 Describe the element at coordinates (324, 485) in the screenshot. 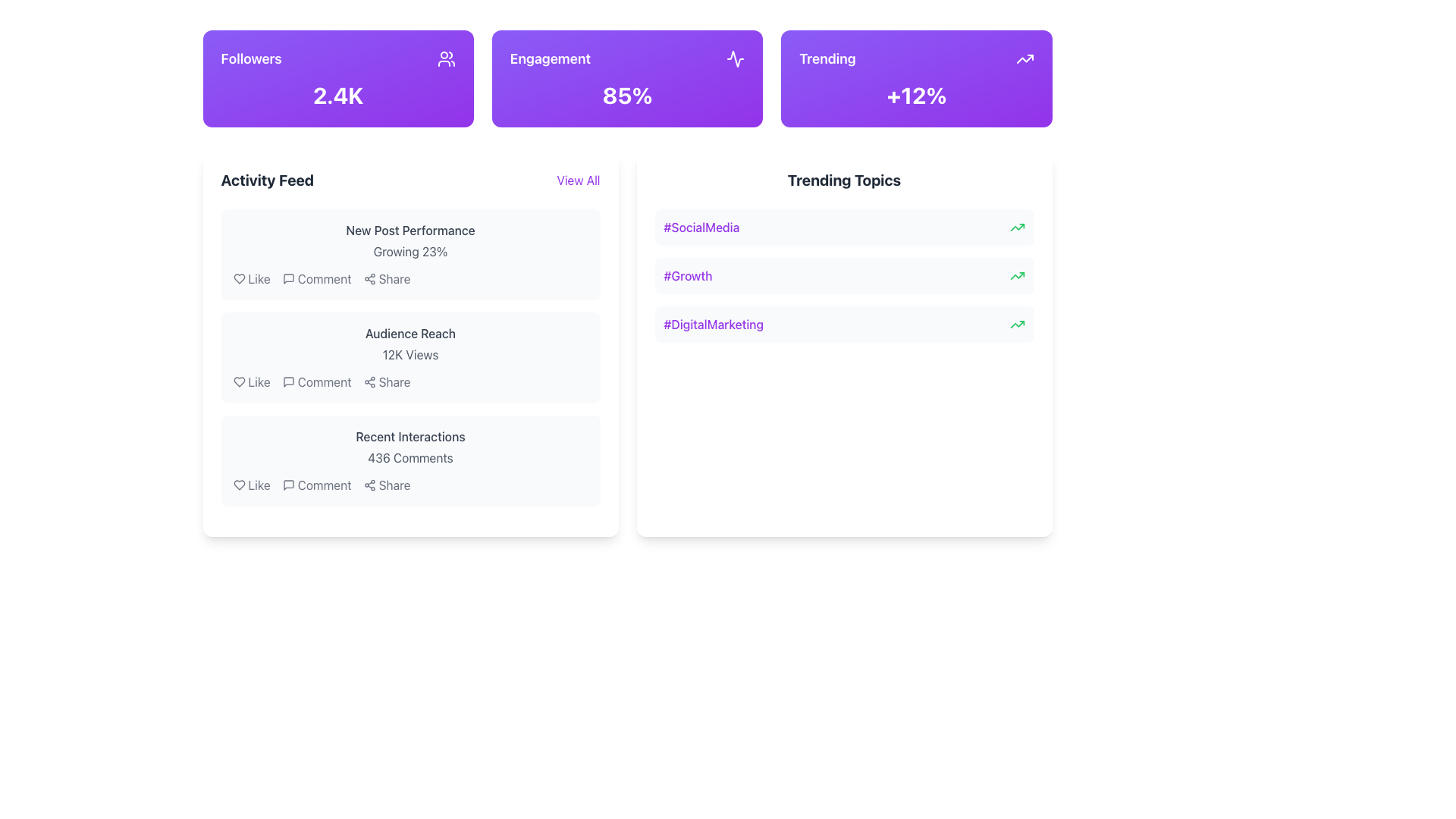

I see `the comment button located in the third card of the 'Activity Feed' section, under 'Recent Interactions', positioned between the 'Like' and 'Share' buttons to initiate commenting` at that location.